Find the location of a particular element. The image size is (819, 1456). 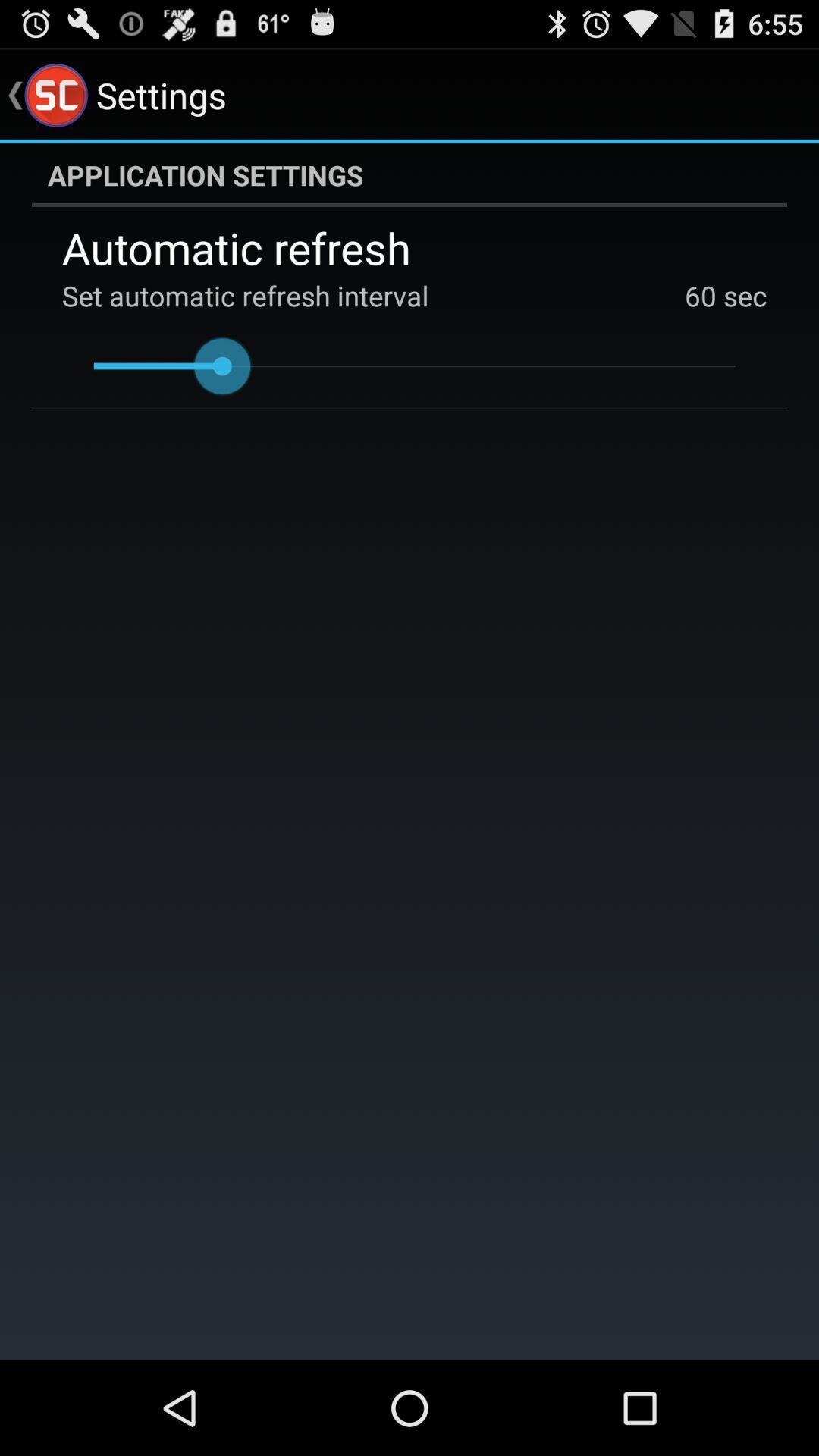

application settings is located at coordinates (409, 174).